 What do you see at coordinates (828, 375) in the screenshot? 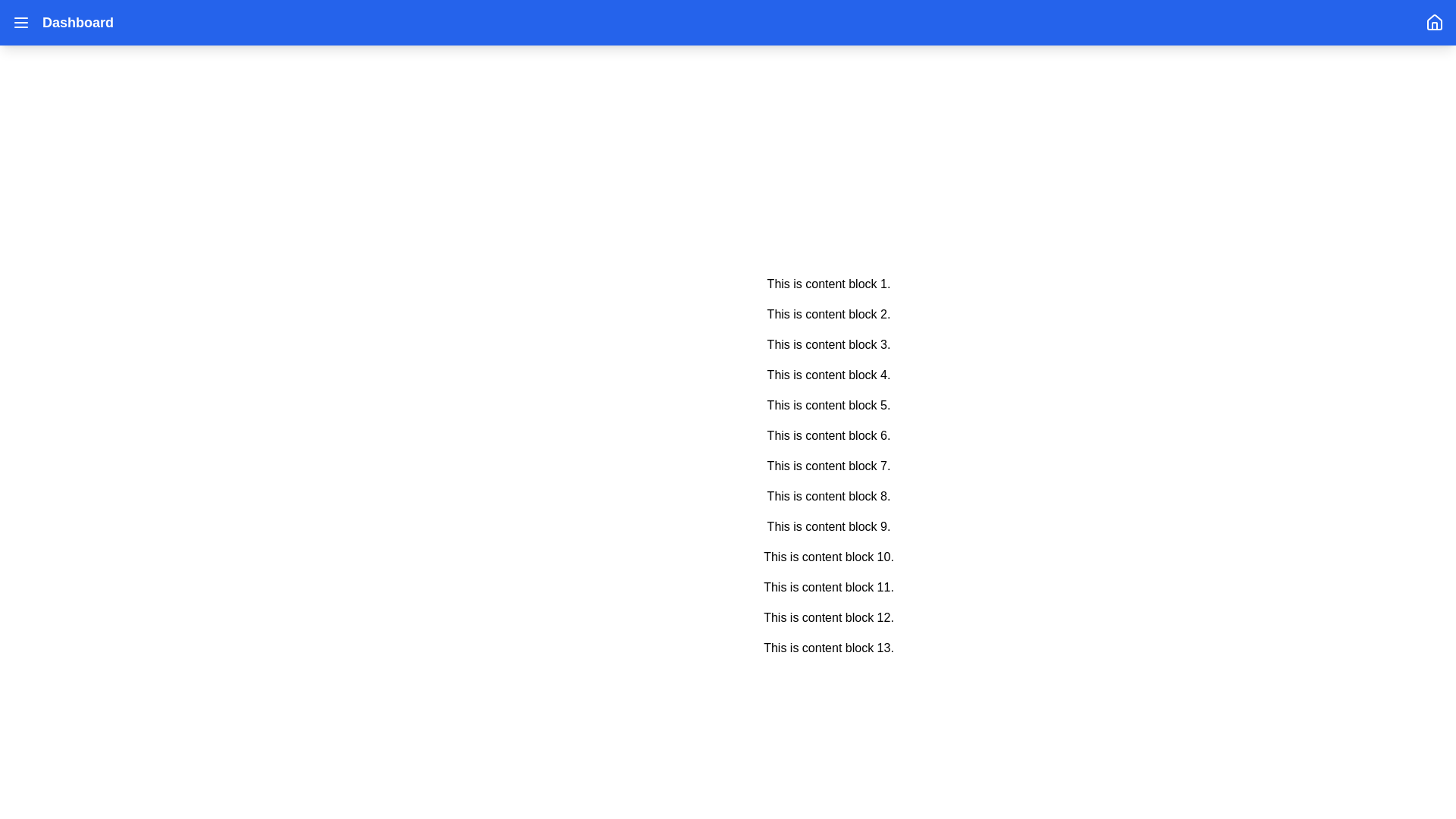
I see `the text block stating 'This is content block 4.', which is the fourth item in a series of vertically spaced content blocks` at bounding box center [828, 375].